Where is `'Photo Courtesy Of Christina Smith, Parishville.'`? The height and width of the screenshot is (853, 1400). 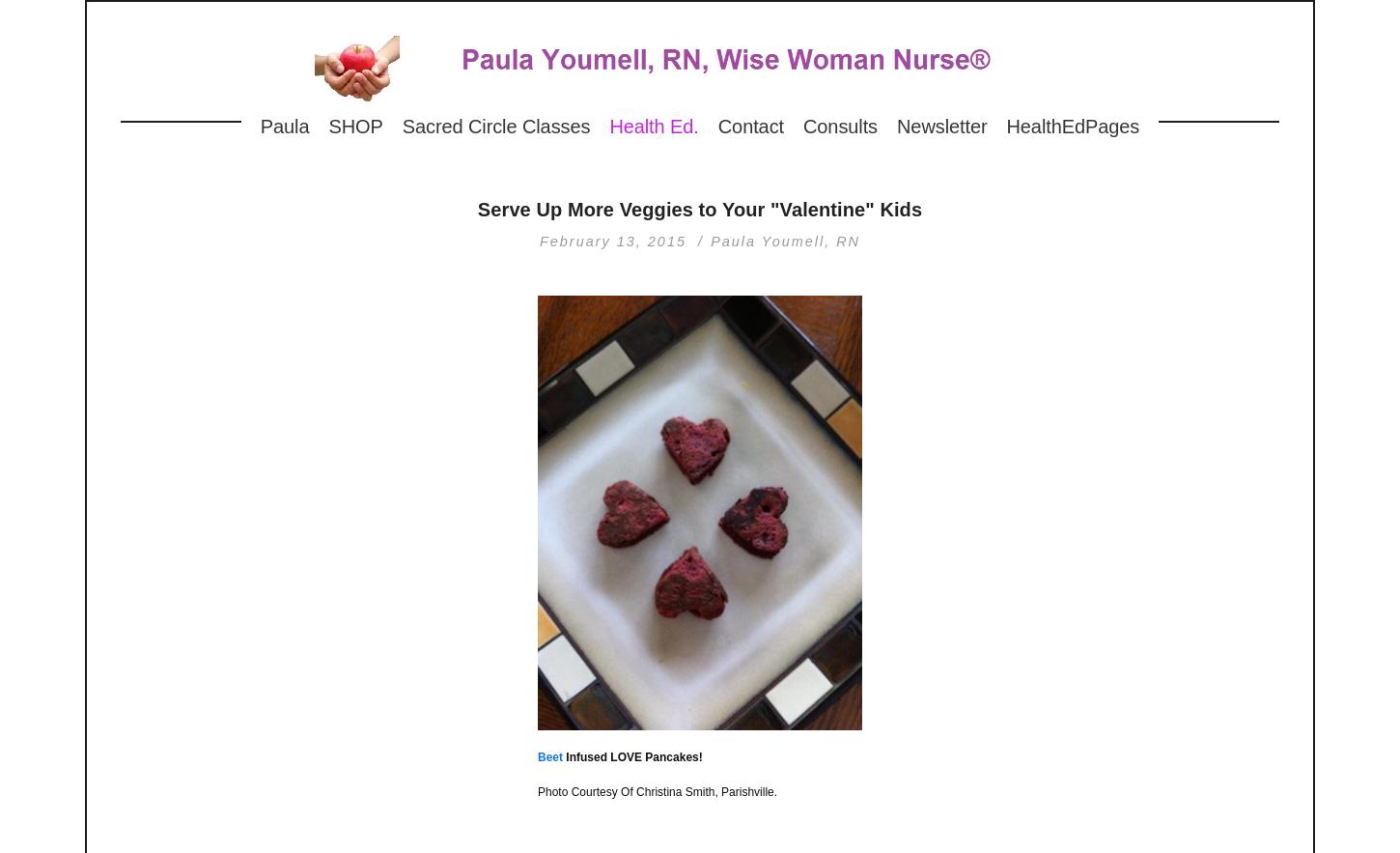
'Photo Courtesy Of Christina Smith, Parishville.' is located at coordinates (657, 790).